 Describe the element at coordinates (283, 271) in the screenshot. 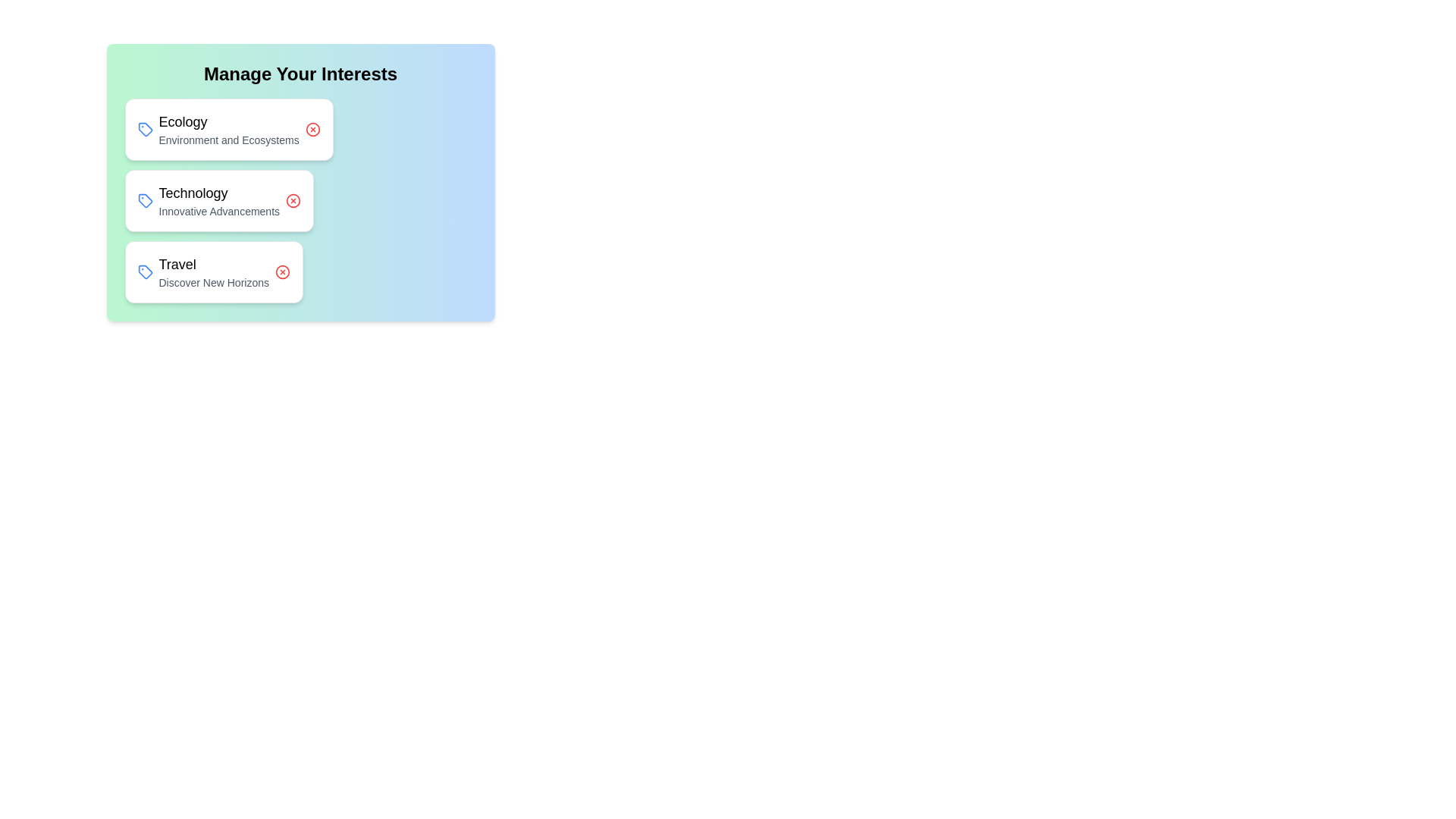

I see `the delete button of the chip labeled Travel` at that location.